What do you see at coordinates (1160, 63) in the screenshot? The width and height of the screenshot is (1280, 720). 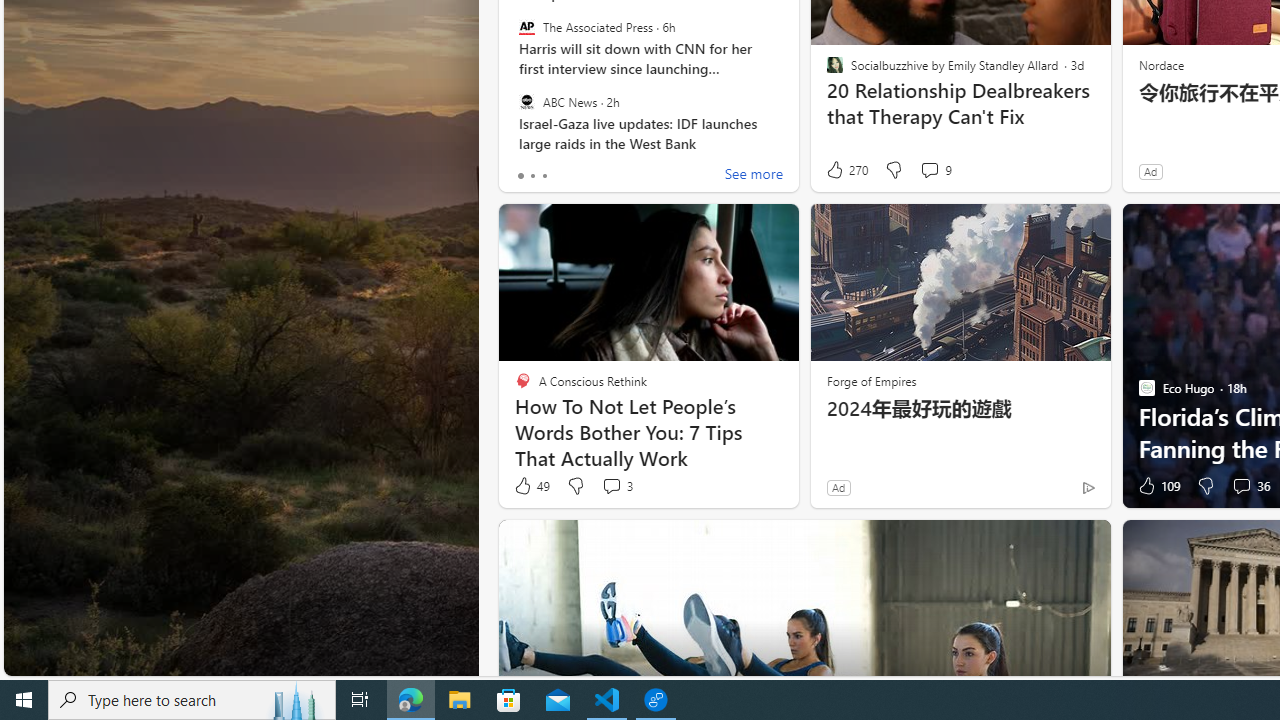 I see `'Nordace'` at bounding box center [1160, 63].